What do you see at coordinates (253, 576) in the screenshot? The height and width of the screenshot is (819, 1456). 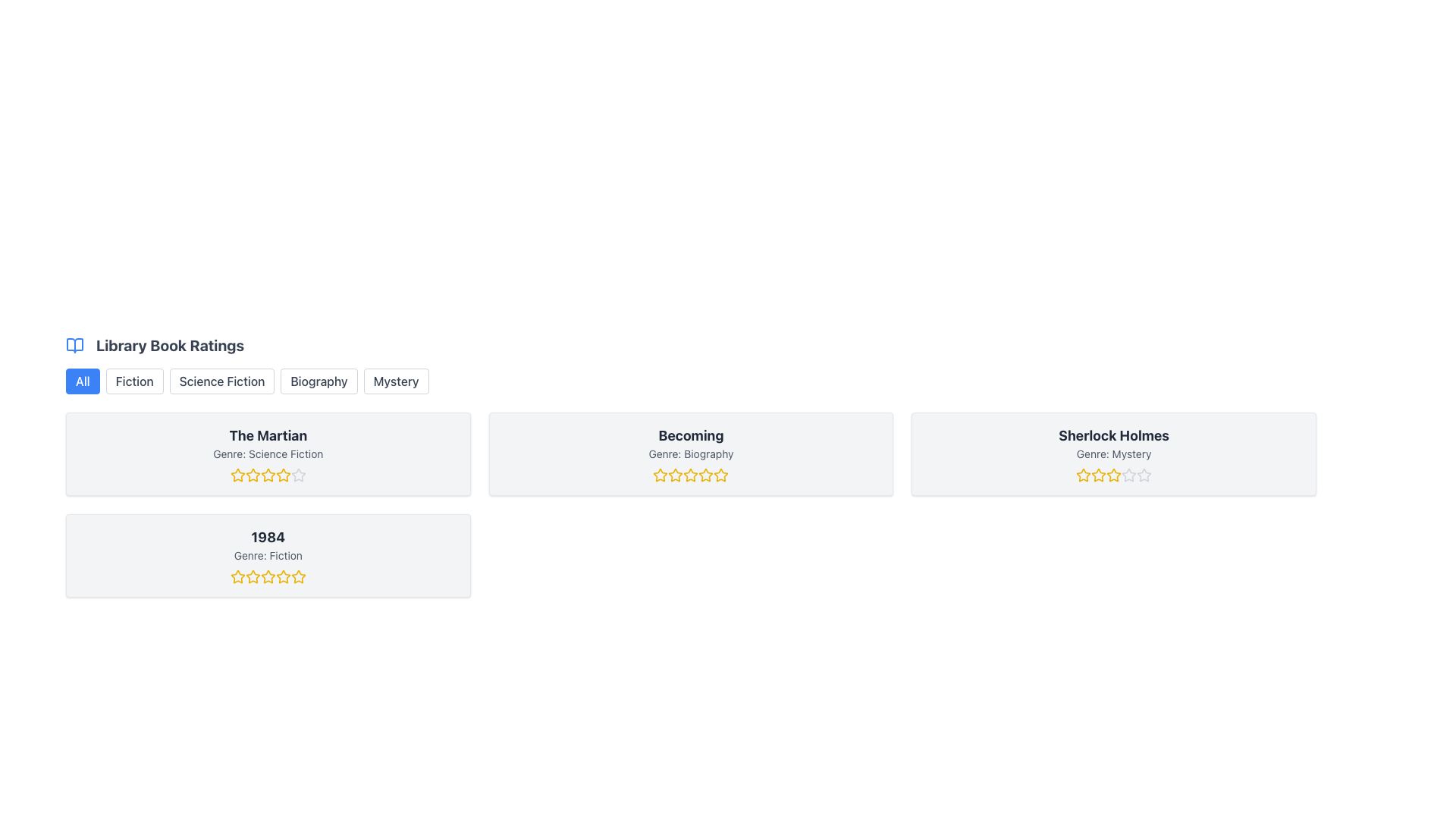 I see `the third rating star icon with a yellow fill beneath the title '1984' to rate the book` at bounding box center [253, 576].